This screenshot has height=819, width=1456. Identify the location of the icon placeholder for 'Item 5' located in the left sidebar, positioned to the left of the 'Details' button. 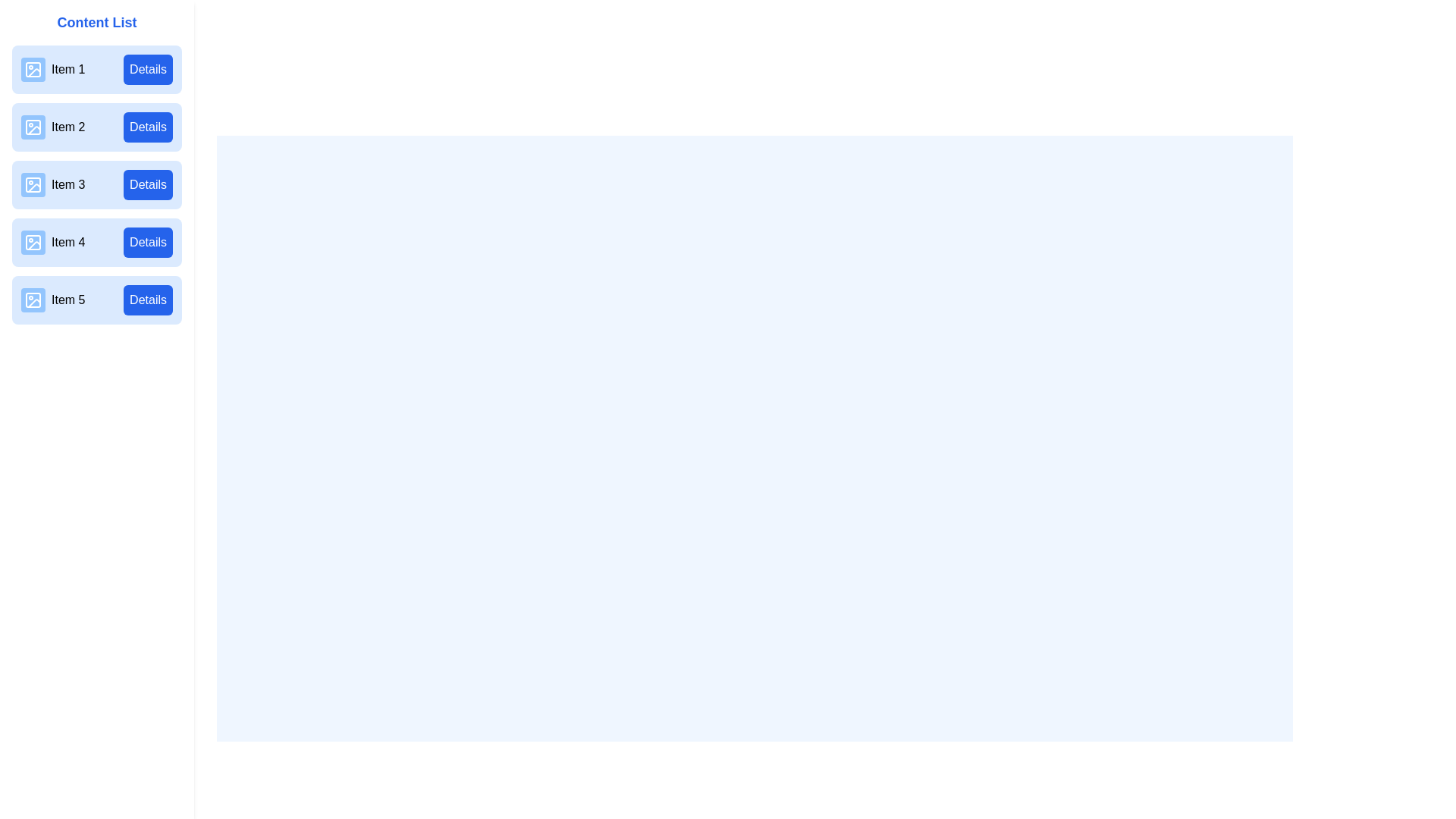
(33, 300).